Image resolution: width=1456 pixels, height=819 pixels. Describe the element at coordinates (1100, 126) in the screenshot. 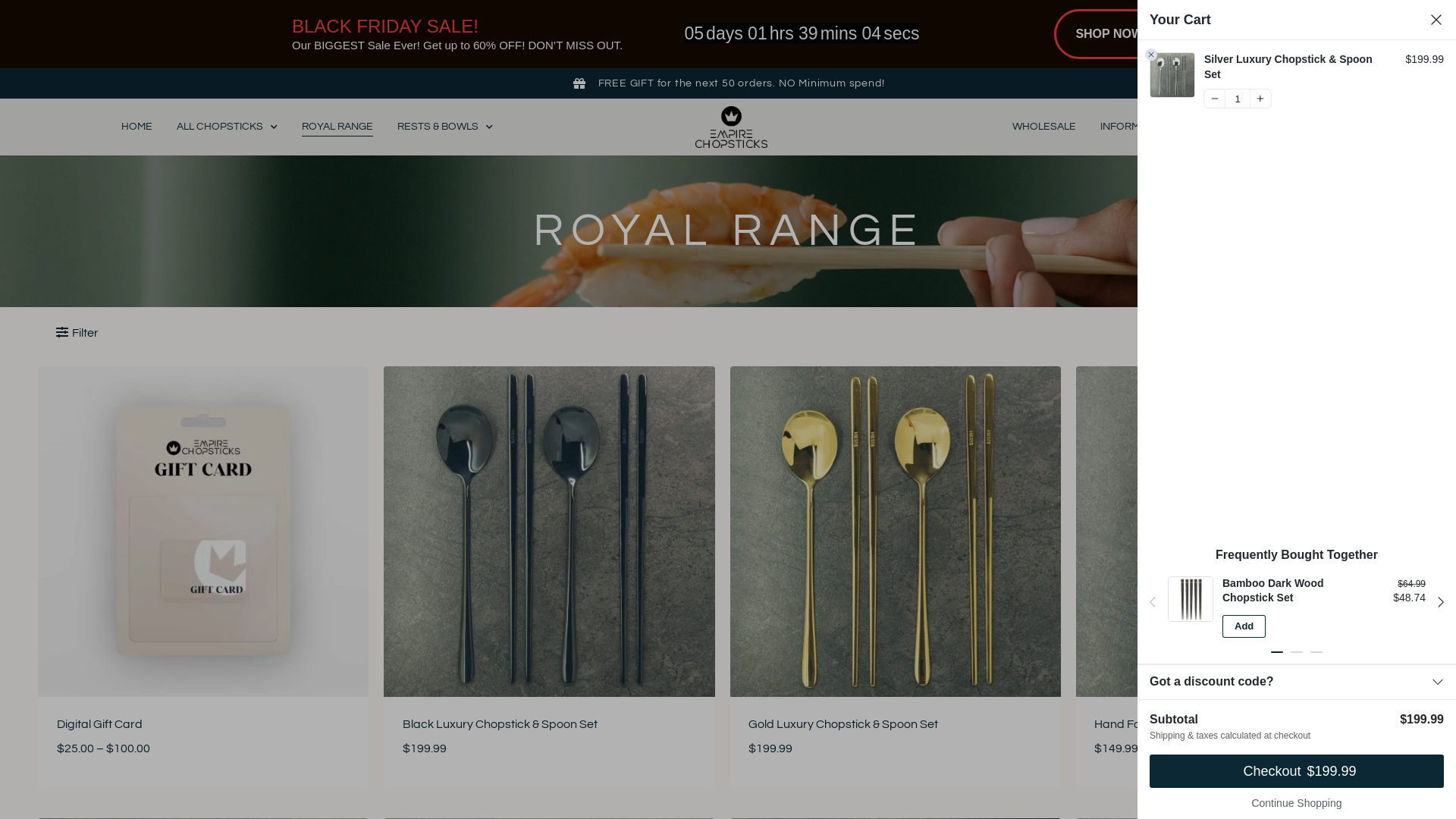

I see `'INFORMATION'` at that location.